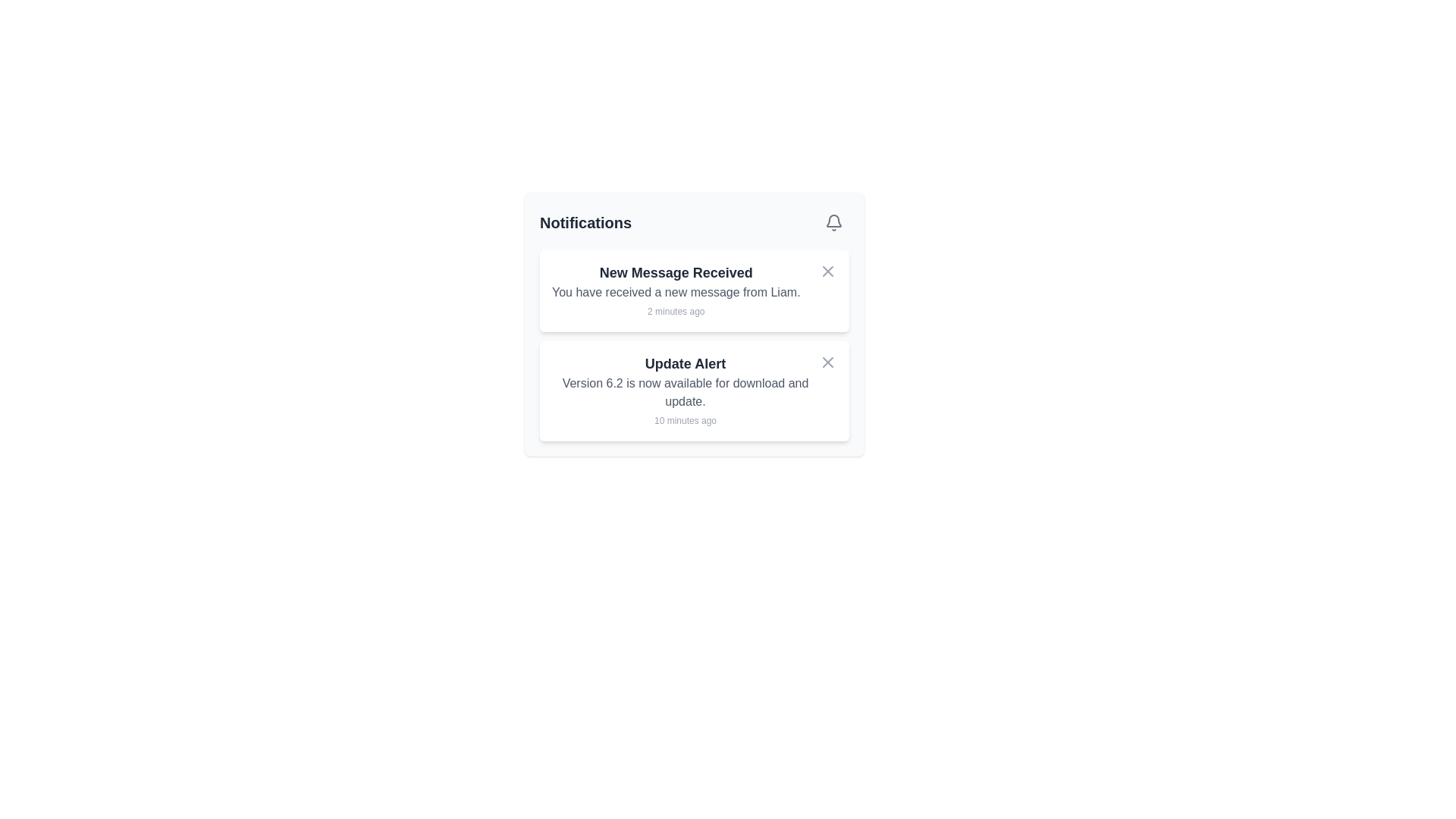  What do you see at coordinates (833, 222) in the screenshot?
I see `the bell icon located in the top-right corner of the notification modal` at bounding box center [833, 222].